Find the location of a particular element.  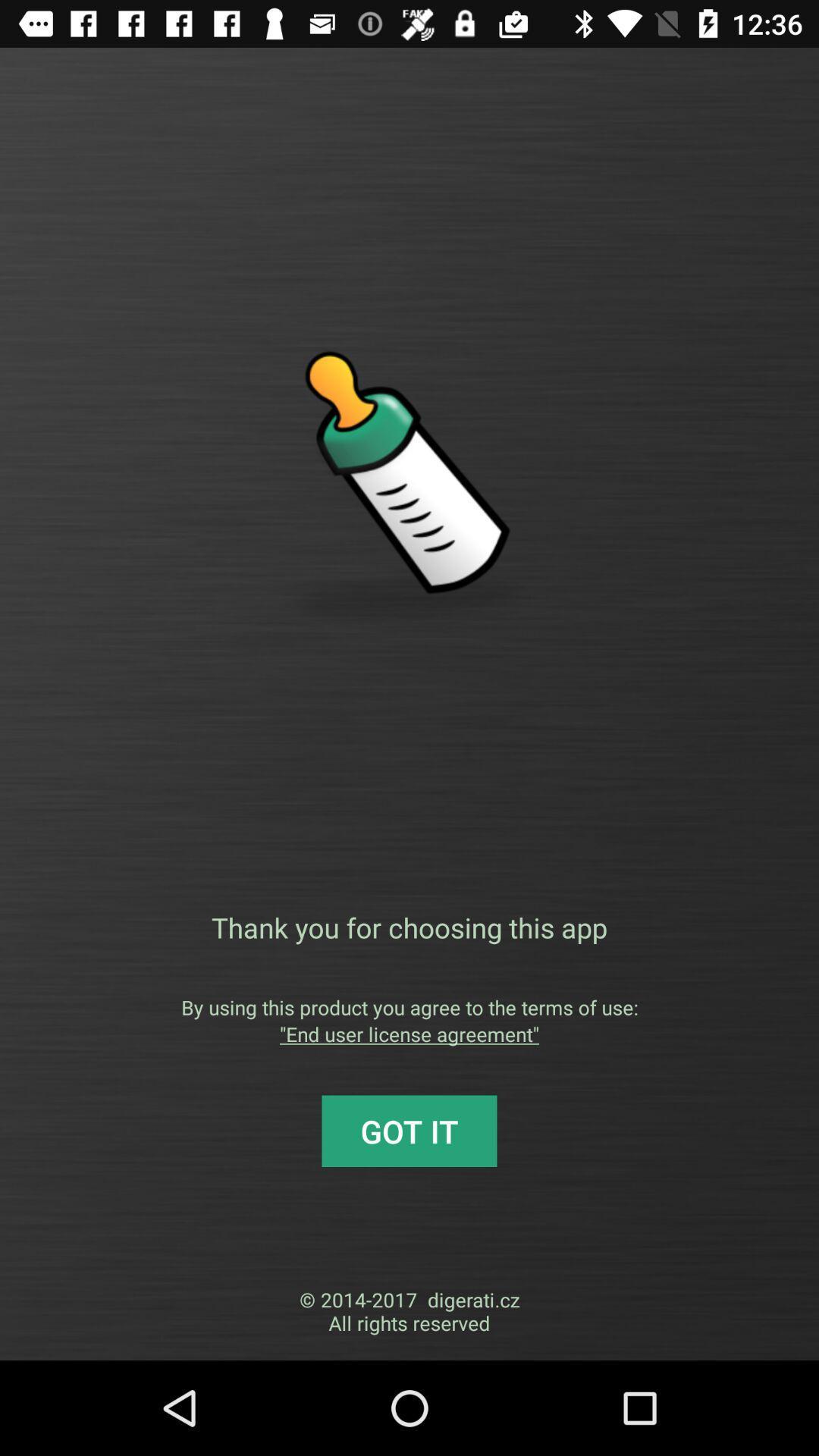

the end user license is located at coordinates (409, 1033).